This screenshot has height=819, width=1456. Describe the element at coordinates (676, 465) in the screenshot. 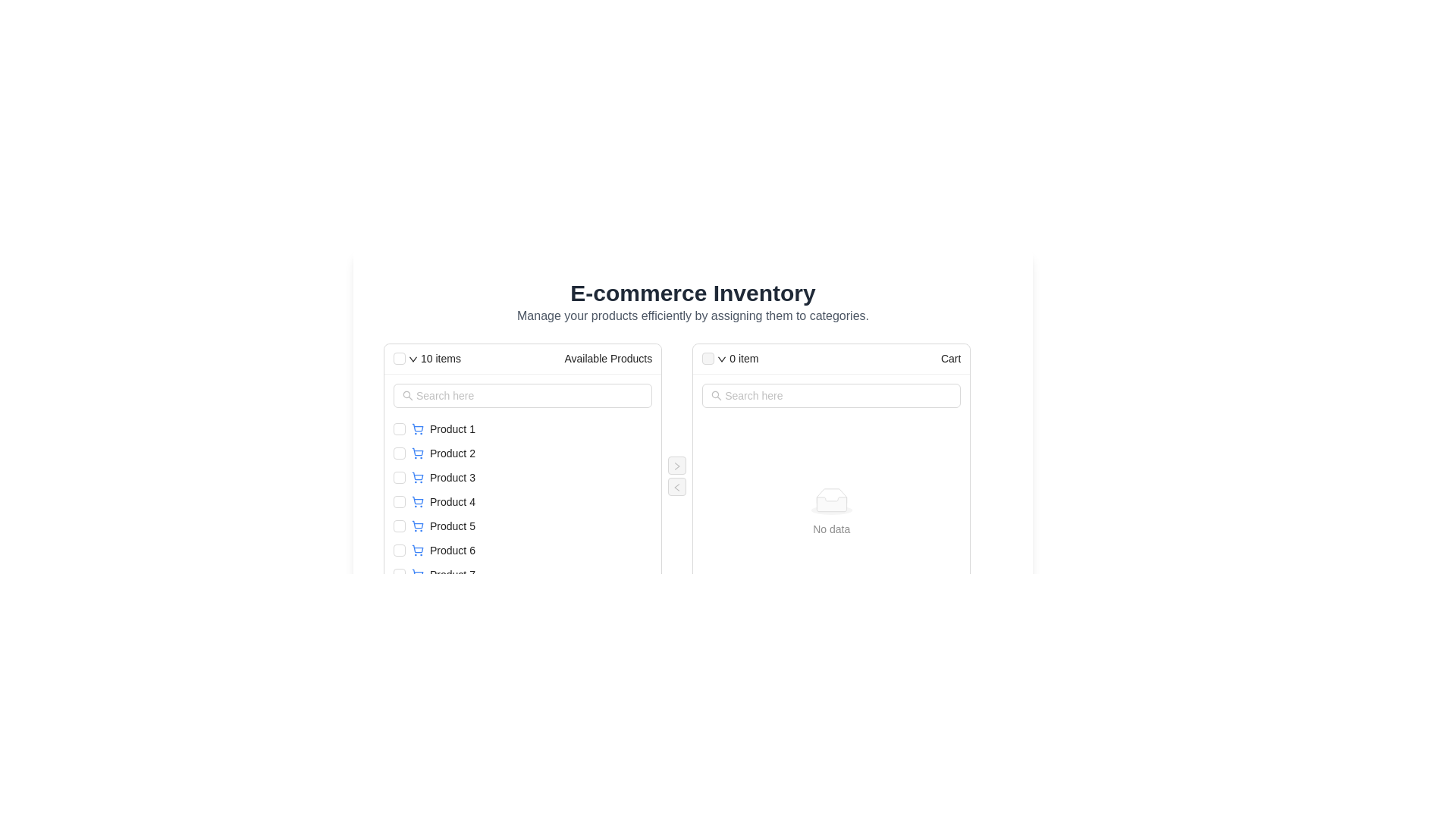

I see `the rightwards arrow icon, which is a minimalist vector graphic positioned centrally between the 'Available Products' and 'Cart' sections, to move an item rightwards` at that location.